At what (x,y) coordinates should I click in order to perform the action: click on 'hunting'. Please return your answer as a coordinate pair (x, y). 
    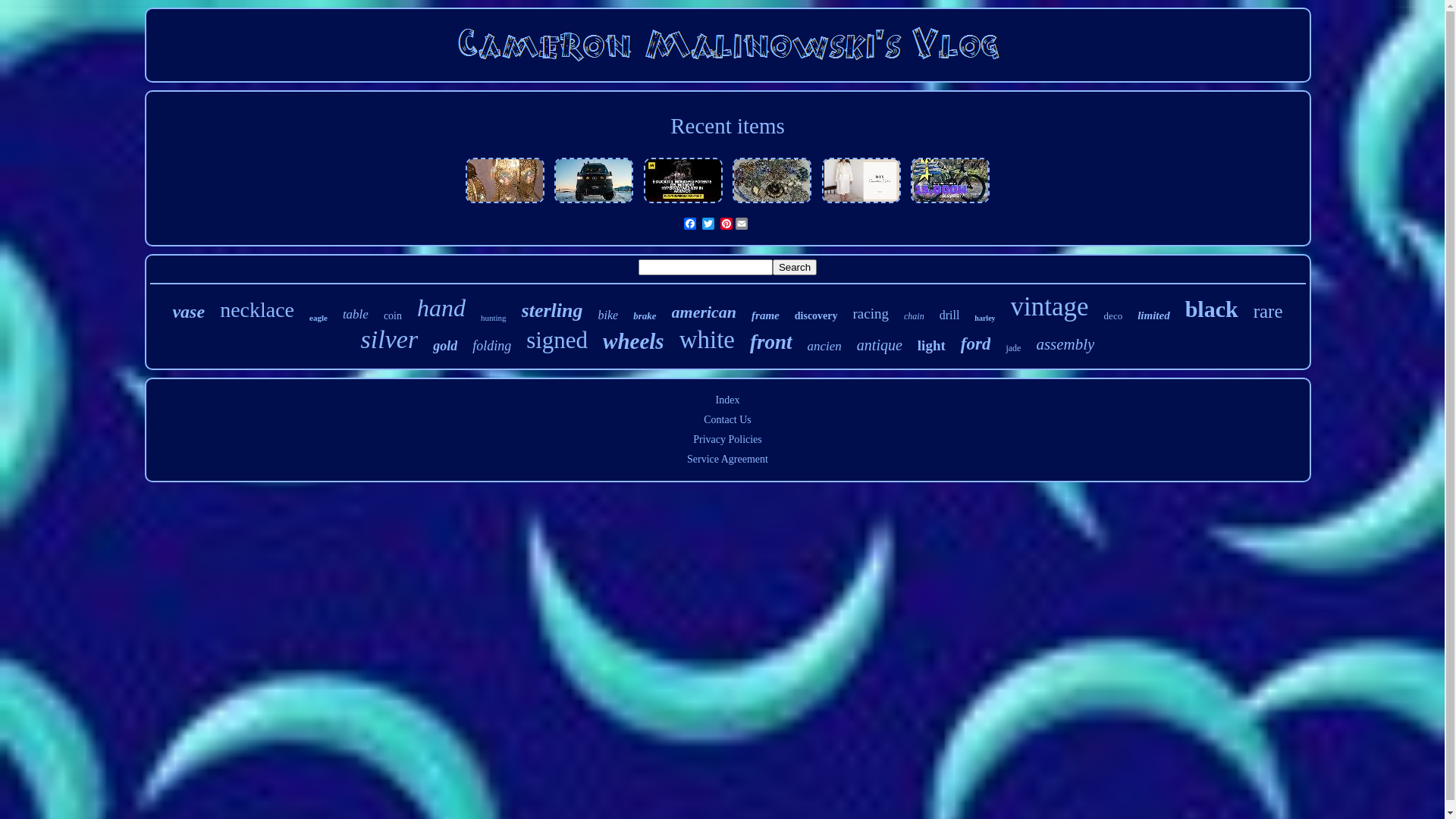
    Looking at the image, I should click on (494, 317).